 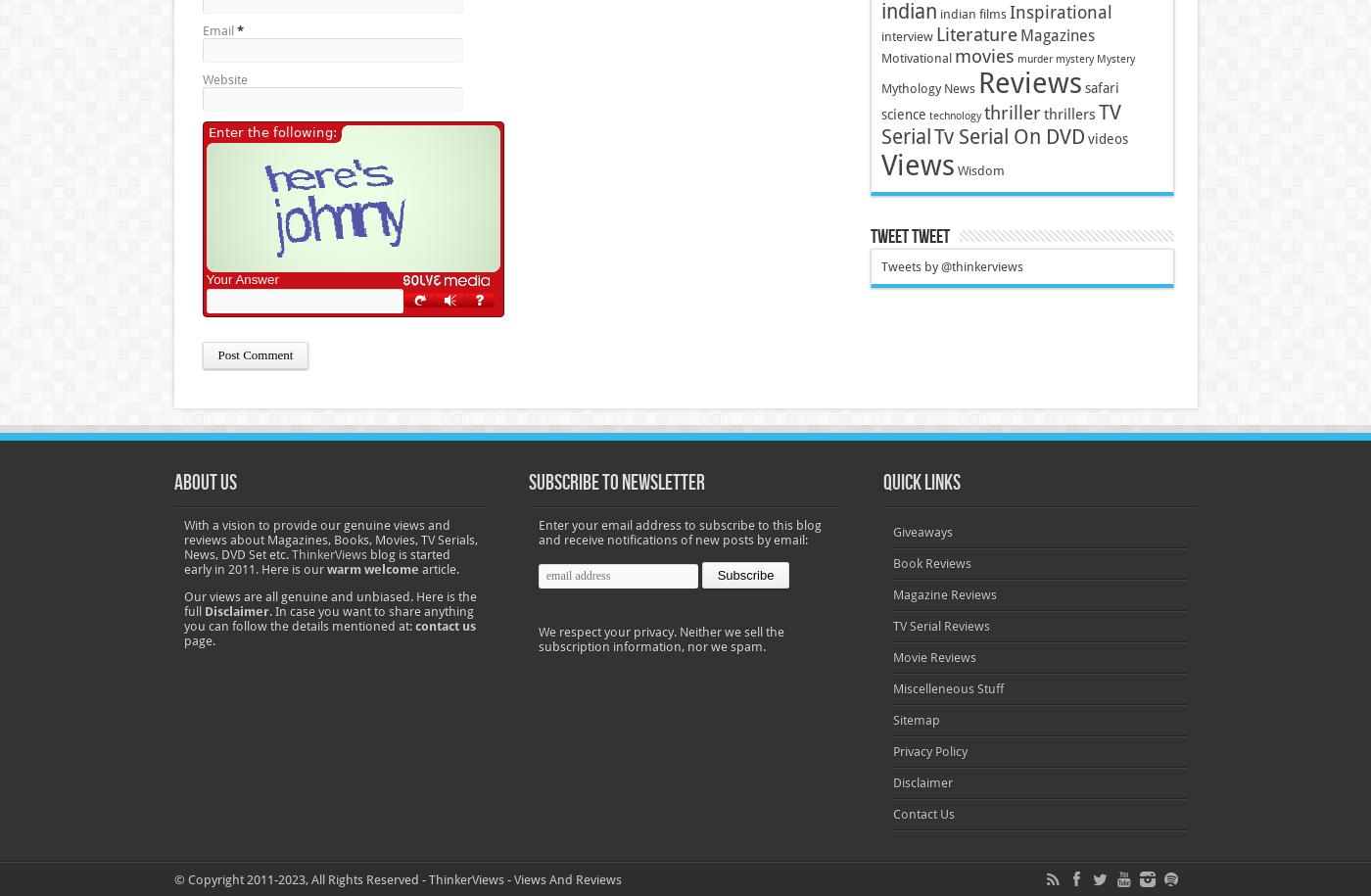 What do you see at coordinates (952, 55) in the screenshot?
I see `'movies'` at bounding box center [952, 55].